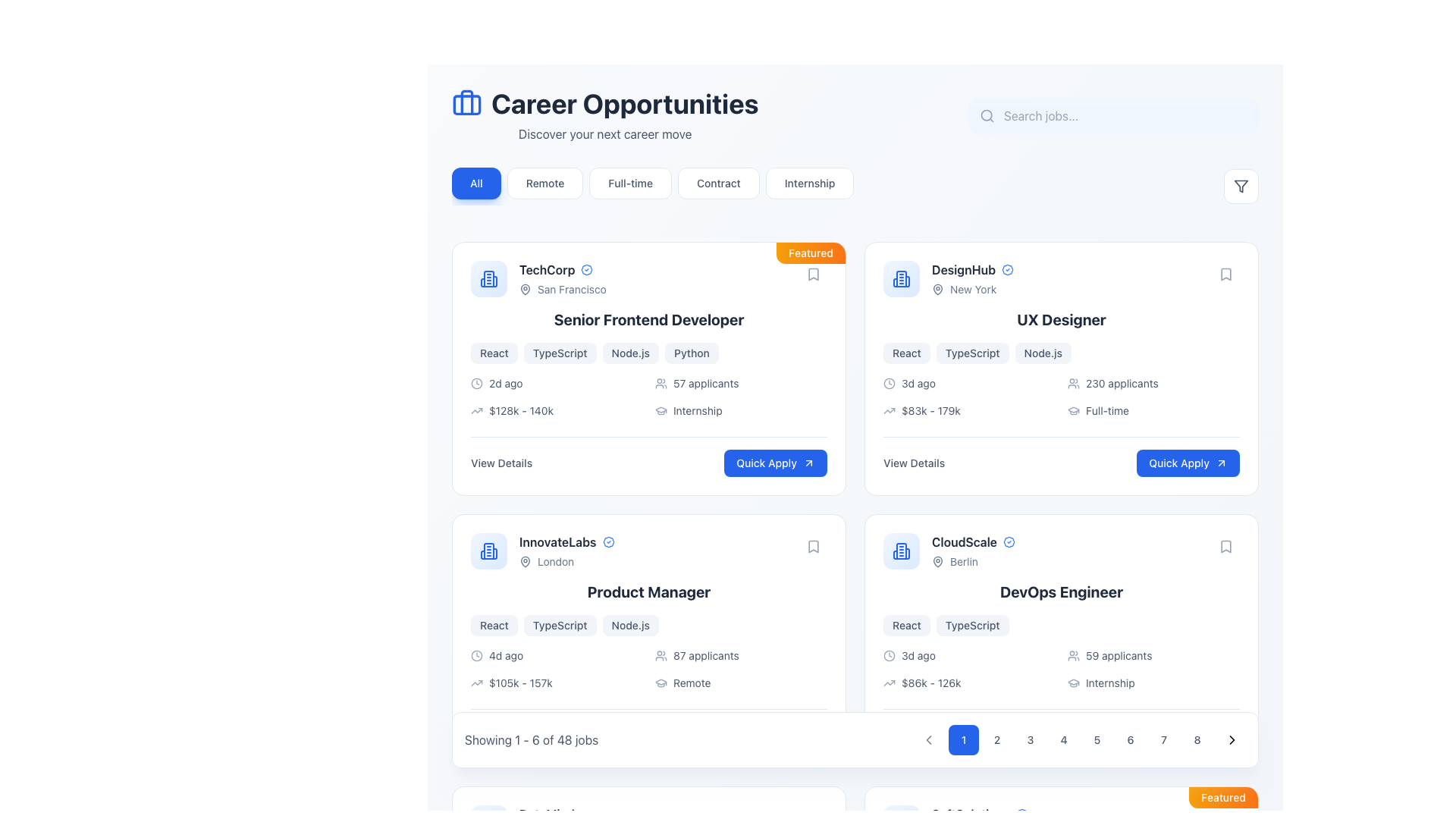 This screenshot has height=819, width=1456. I want to click on the IconButton located in the top-right corner of the 'TechCorp' card in the 'Career Opportunities' grid layout, so click(813, 275).